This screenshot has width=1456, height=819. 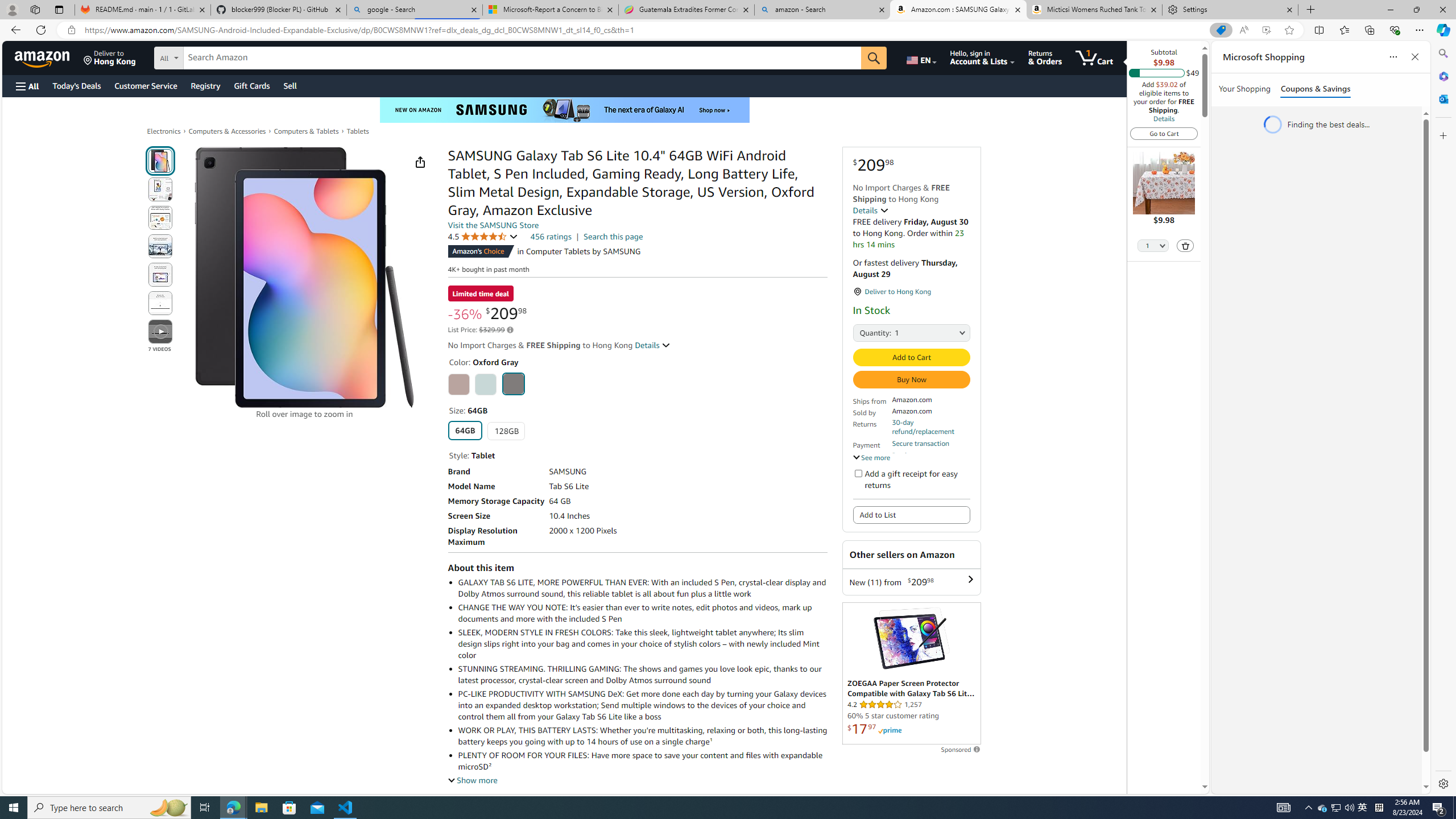 What do you see at coordinates (26, 85) in the screenshot?
I see `'Open Menu'` at bounding box center [26, 85].